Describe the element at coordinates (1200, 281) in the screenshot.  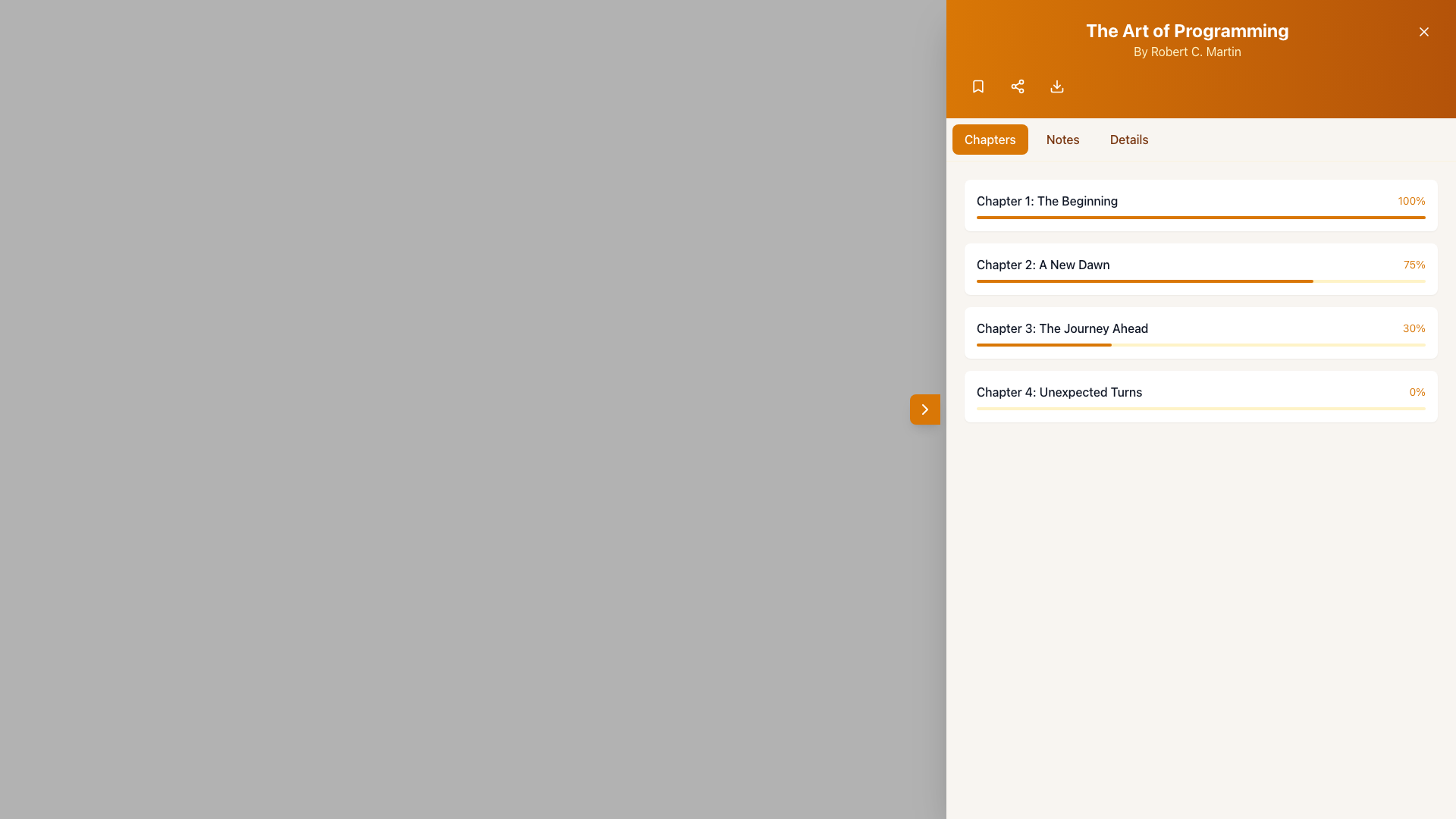
I see `the progress bar located at the bottom of the second chapter card, which visually represents 75% completion of the chapter` at that location.